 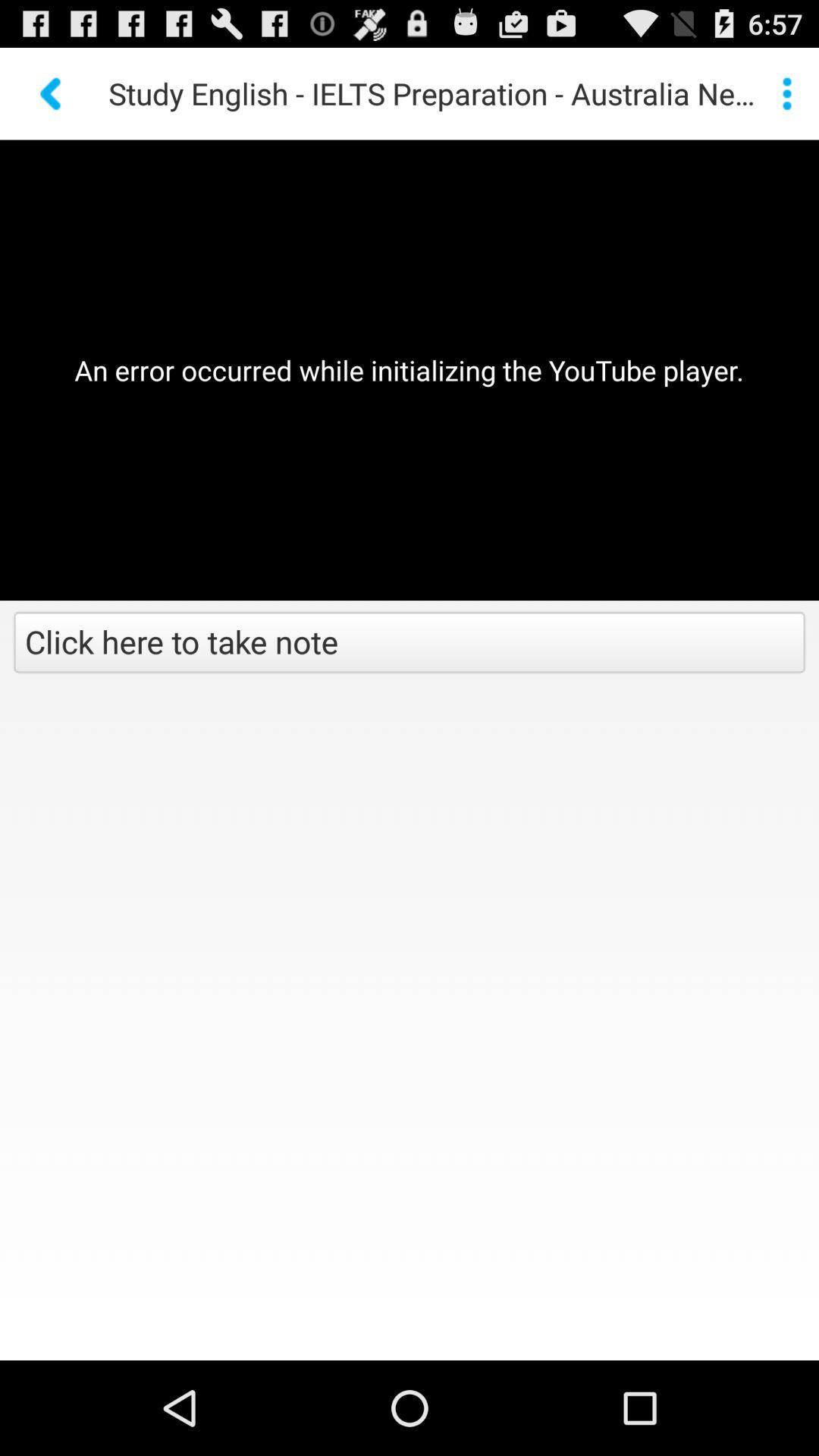 I want to click on more options, so click(x=786, y=93).